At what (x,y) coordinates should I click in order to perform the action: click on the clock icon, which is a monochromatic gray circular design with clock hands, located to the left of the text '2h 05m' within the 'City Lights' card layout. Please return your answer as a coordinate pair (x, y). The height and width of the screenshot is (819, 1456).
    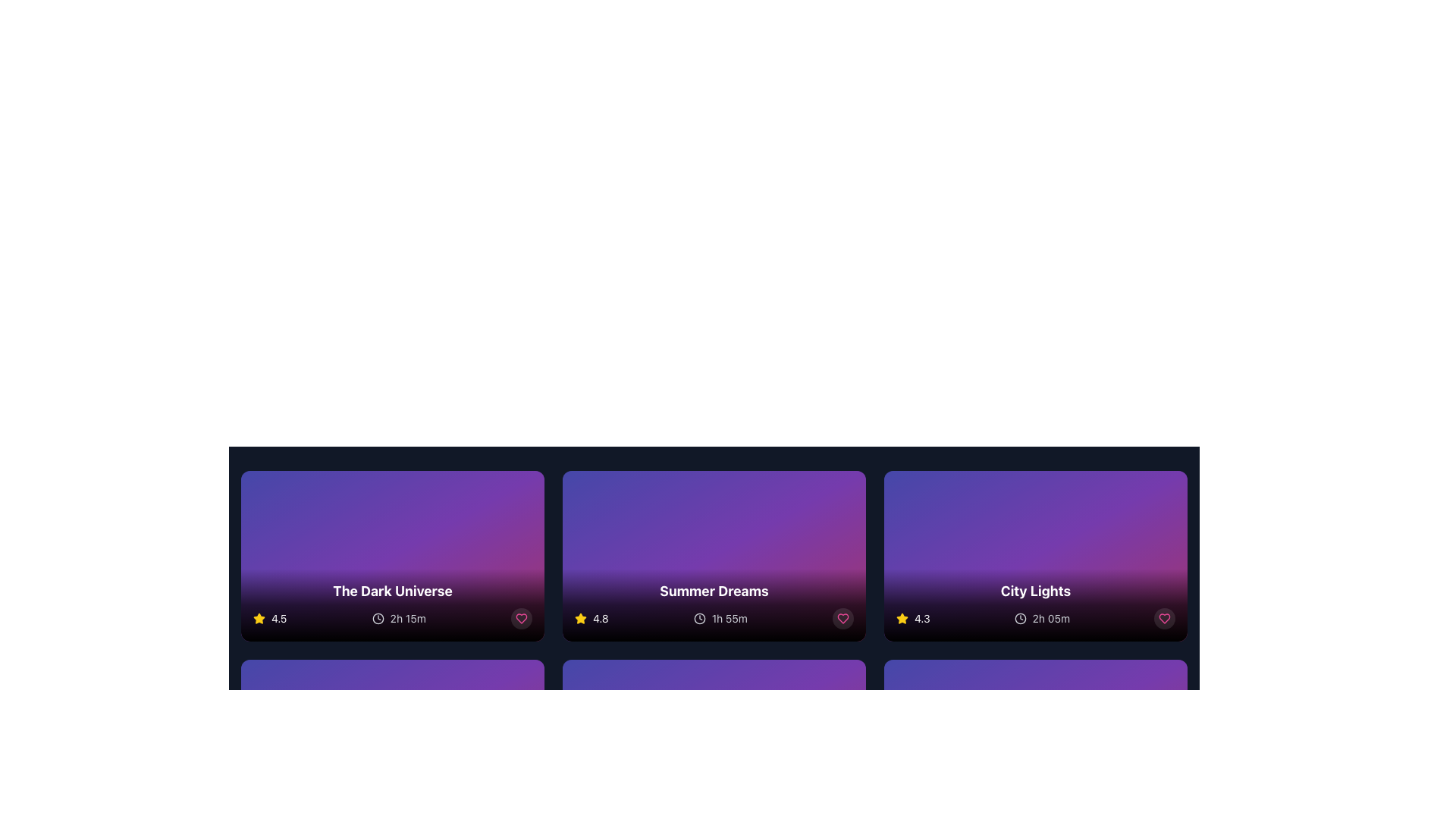
    Looking at the image, I should click on (1020, 619).